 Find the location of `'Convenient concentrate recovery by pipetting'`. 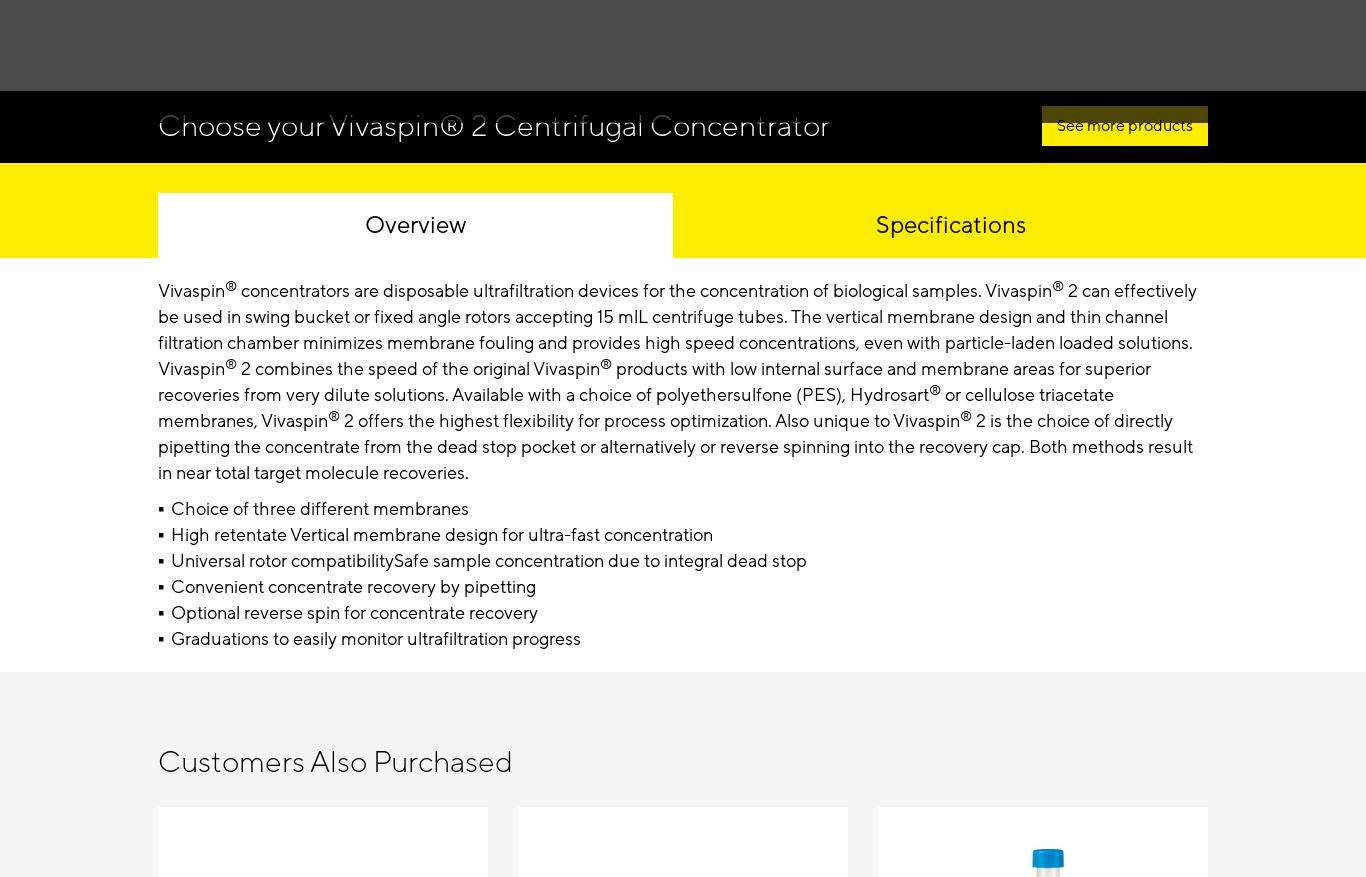

'Convenient concentrate recovery by pipetting' is located at coordinates (351, 585).